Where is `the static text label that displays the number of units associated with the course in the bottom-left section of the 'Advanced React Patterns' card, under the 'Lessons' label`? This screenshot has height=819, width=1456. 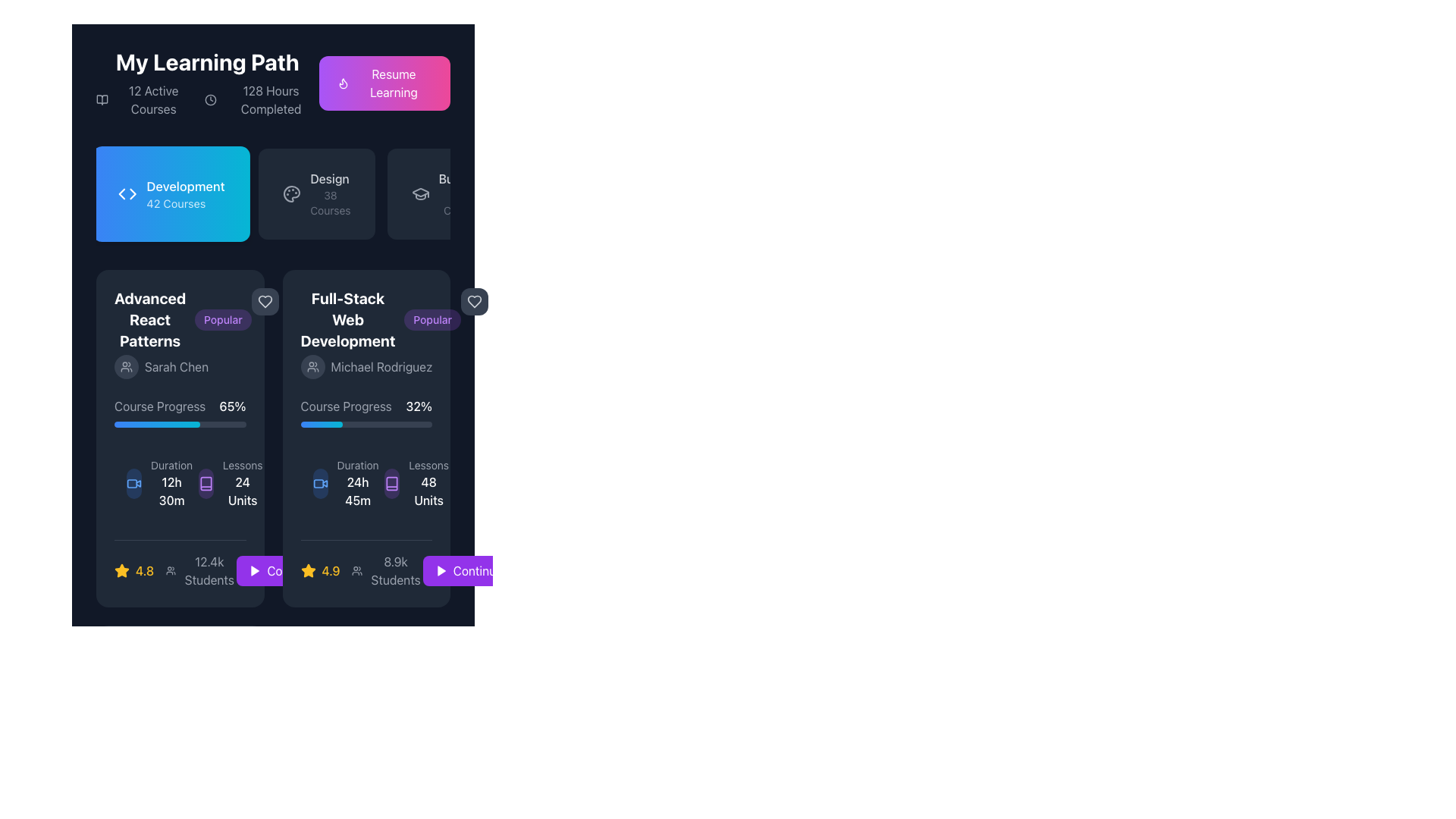 the static text label that displays the number of units associated with the course in the bottom-left section of the 'Advanced React Patterns' card, under the 'Lessons' label is located at coordinates (243, 491).